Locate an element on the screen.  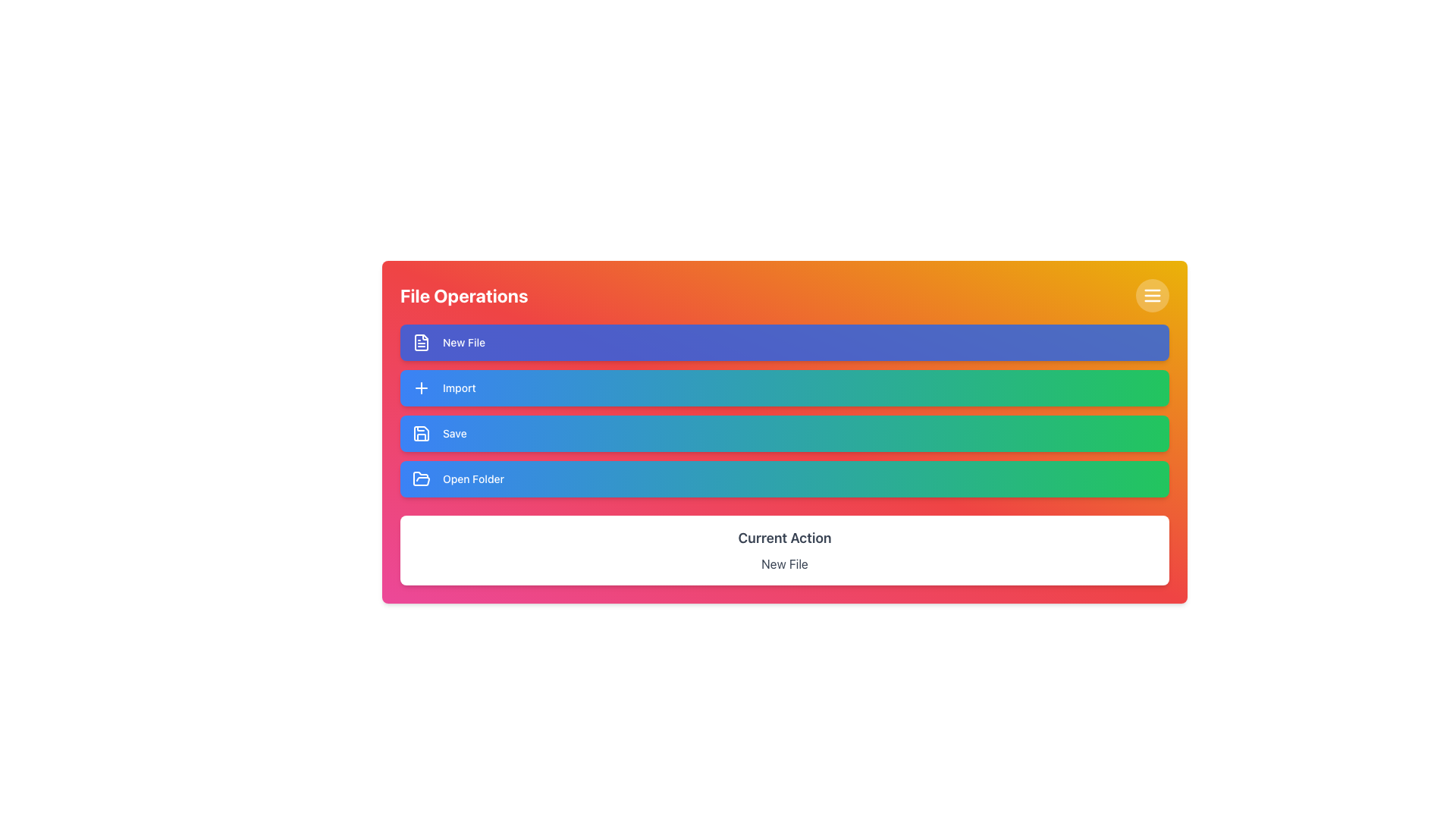
the icon that signifies an addition action, located at the left edge of the 'Import' button in the 'File Operations' list is located at coordinates (422, 388).